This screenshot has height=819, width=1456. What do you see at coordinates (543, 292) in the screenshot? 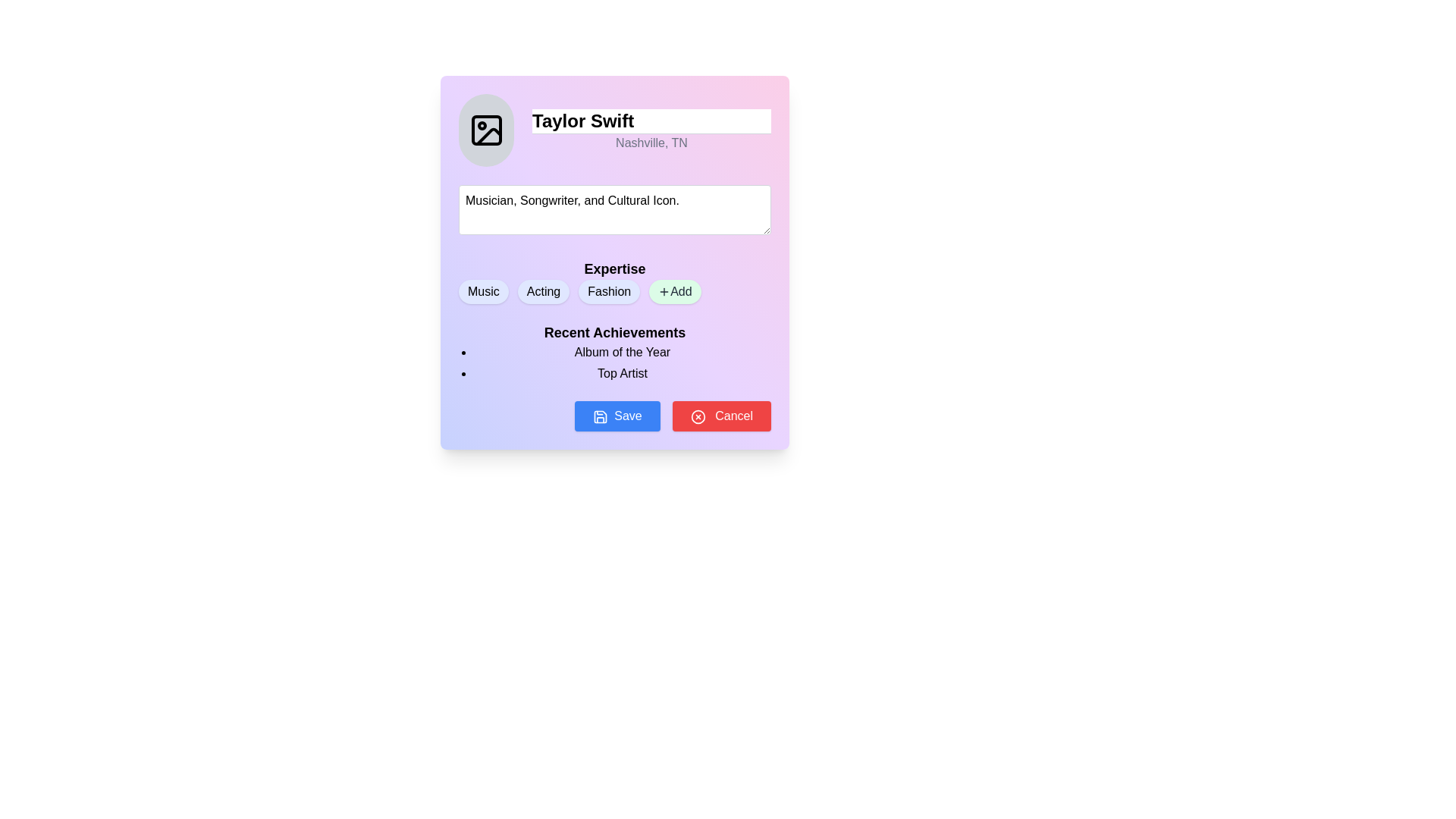
I see `the pill-shaped tag labeled 'Acting' with an indigo background, which is the second tag in the 'Expertise' section, positioned between 'Music' and 'Fashion'` at bounding box center [543, 292].